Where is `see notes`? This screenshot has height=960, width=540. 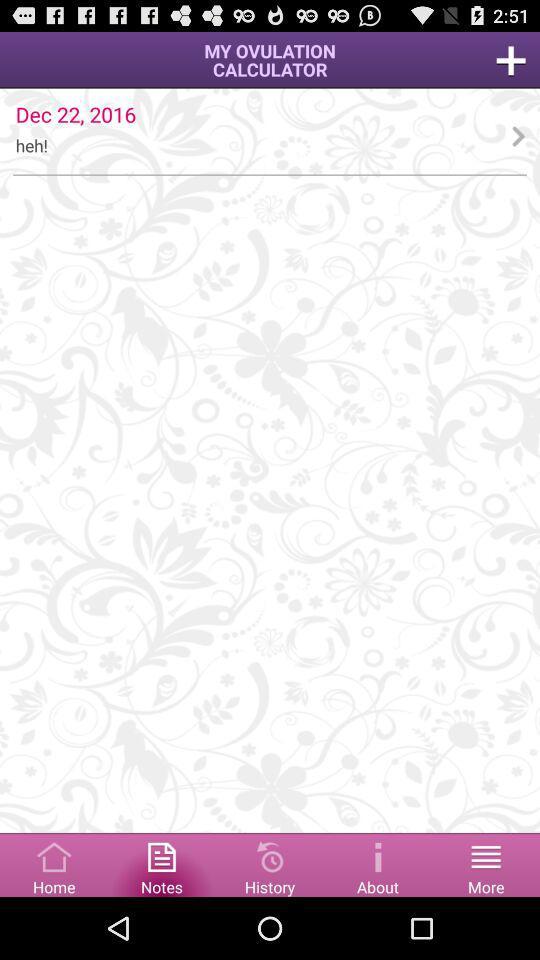 see notes is located at coordinates (161, 863).